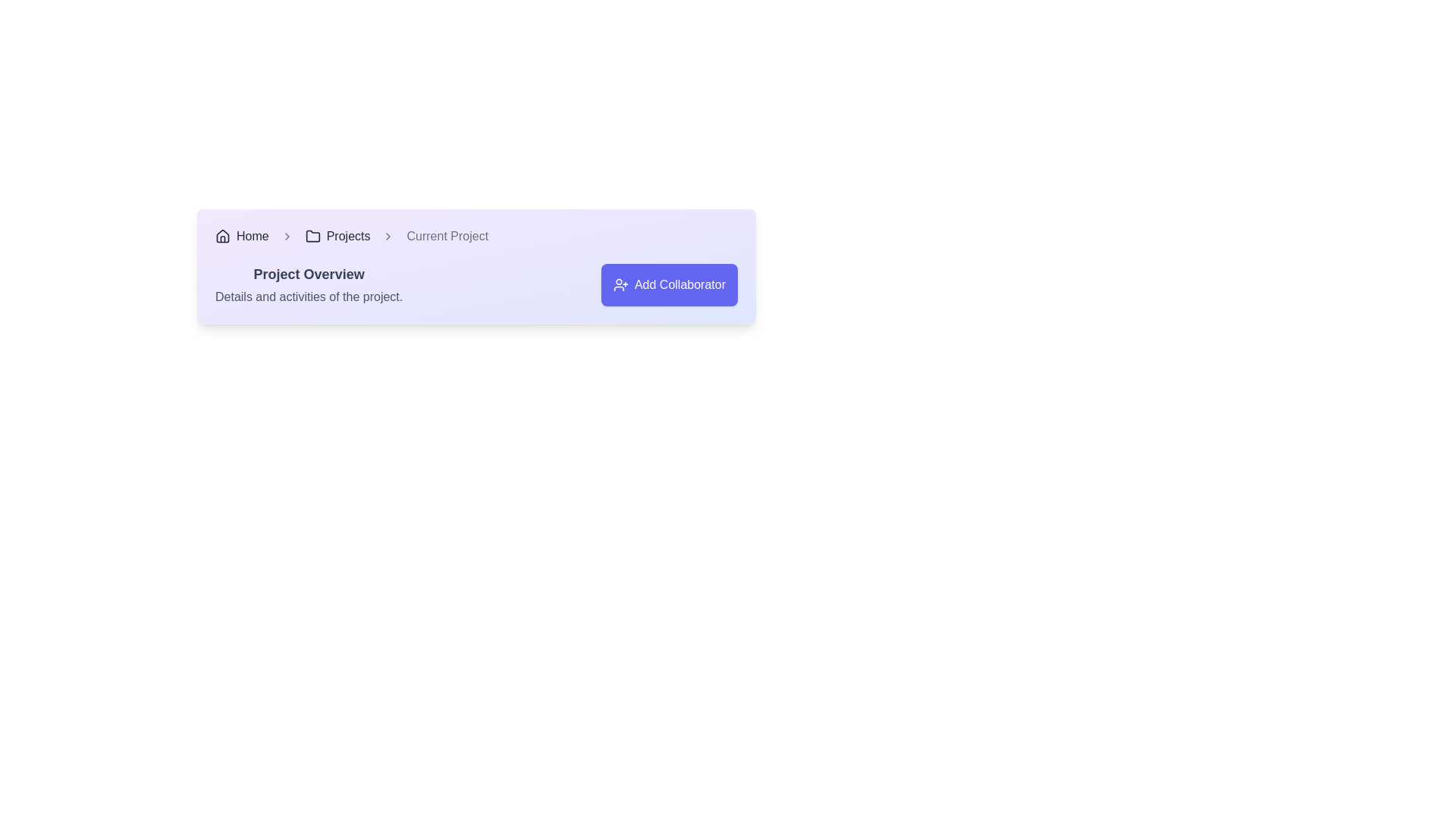 This screenshot has height=819, width=1456. I want to click on the non-interactive text label that indicates the current navigation context in the breadcrumb trail, specifically the third item to the right of 'Projects', so click(447, 237).